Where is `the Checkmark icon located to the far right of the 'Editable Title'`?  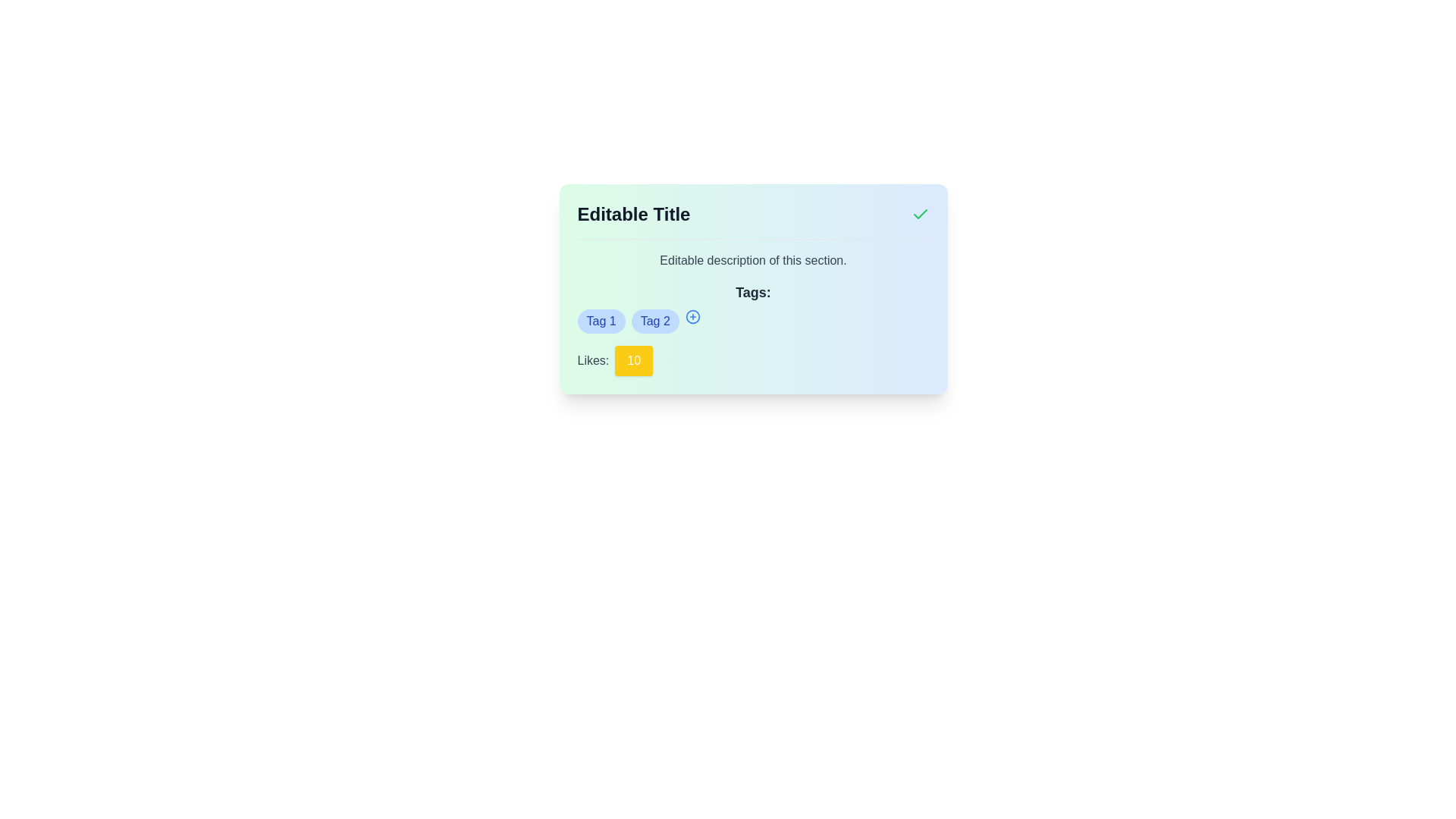
the Checkmark icon located to the far right of the 'Editable Title' is located at coordinates (919, 214).